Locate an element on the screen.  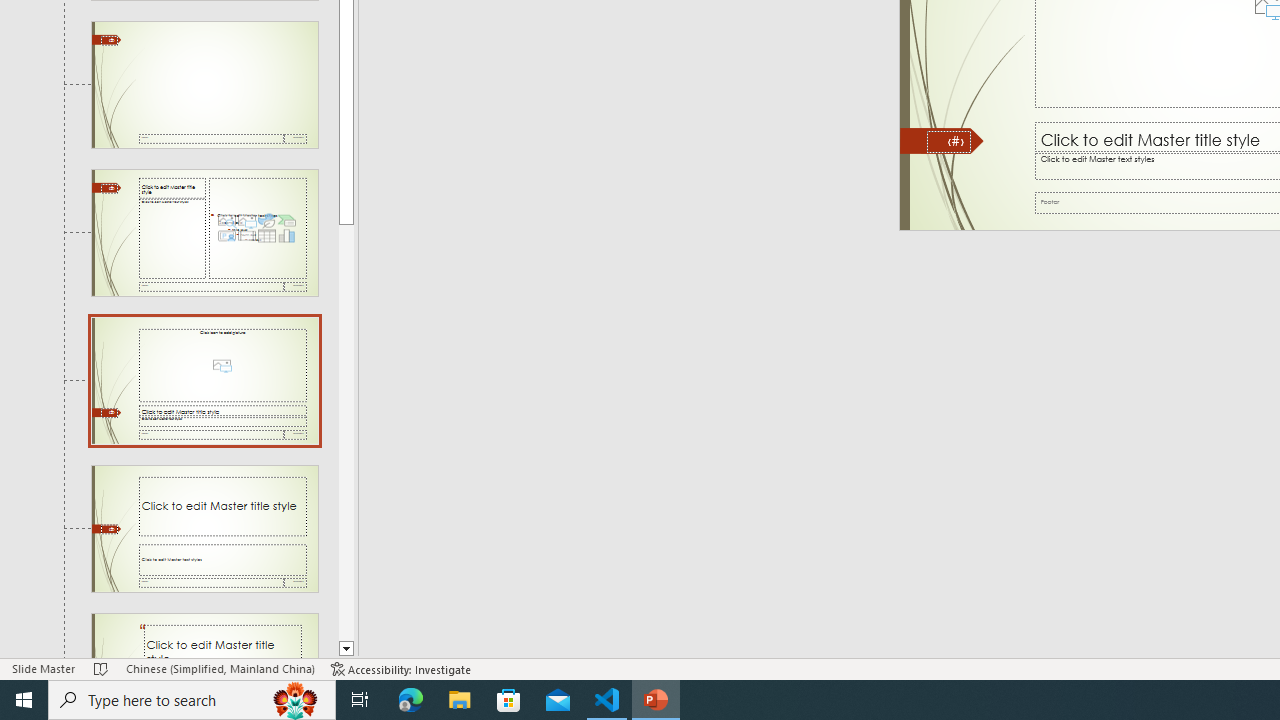
'Slide Number' is located at coordinates (948, 140).